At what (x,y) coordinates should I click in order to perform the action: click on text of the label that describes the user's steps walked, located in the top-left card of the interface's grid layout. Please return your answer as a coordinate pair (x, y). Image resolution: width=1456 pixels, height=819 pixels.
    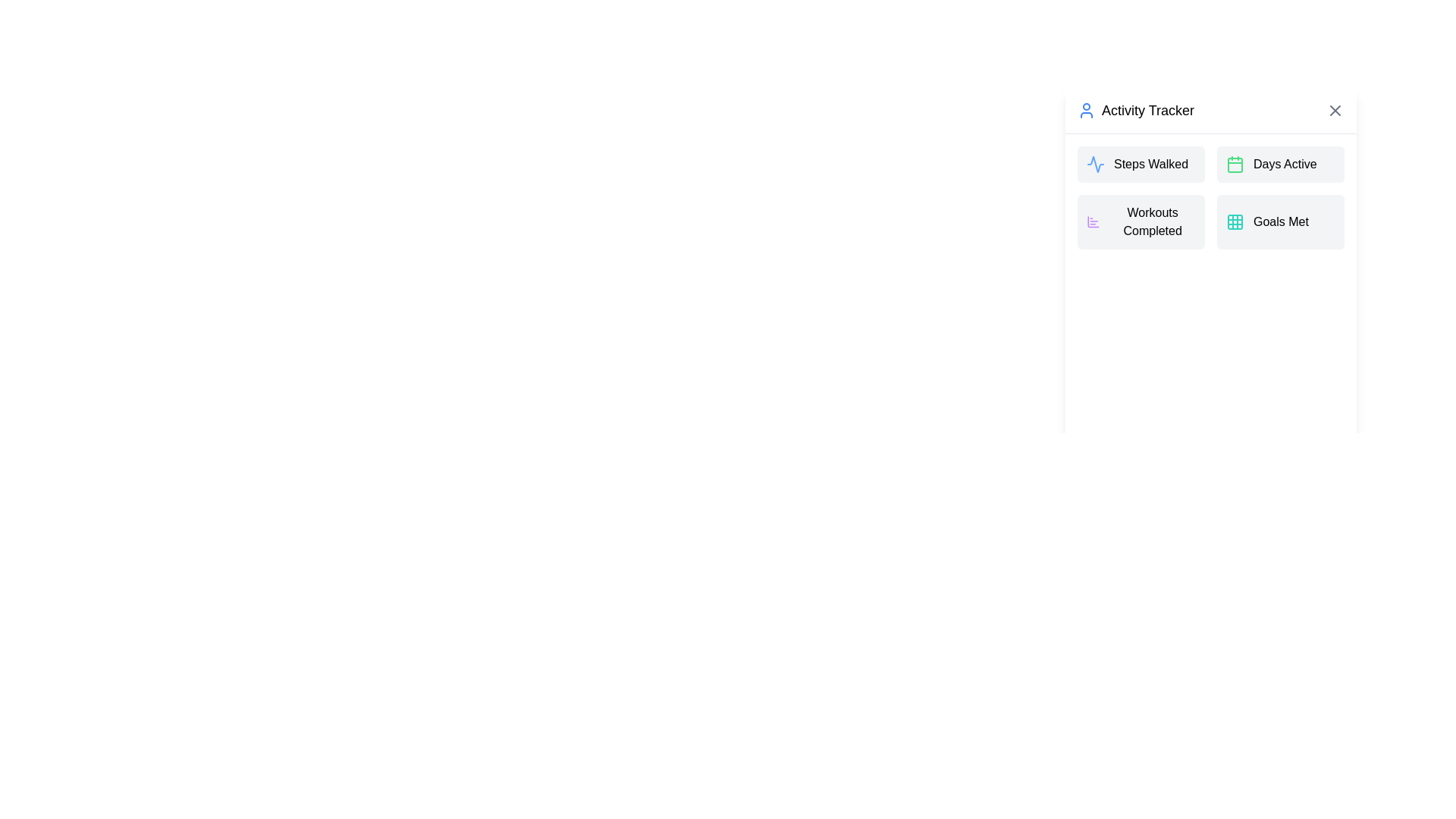
    Looking at the image, I should click on (1151, 164).